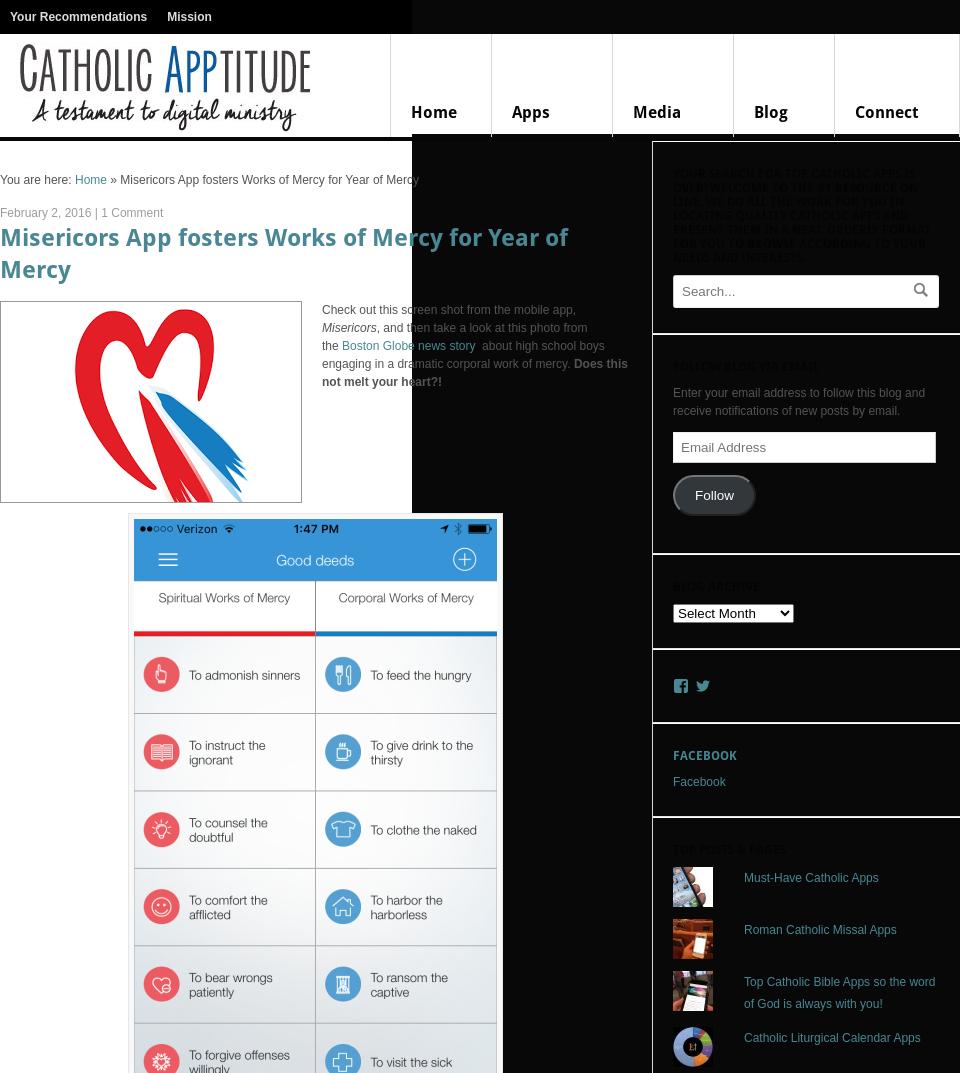  I want to click on 'Catholic Liturgical Calendar Apps', so click(832, 1038).